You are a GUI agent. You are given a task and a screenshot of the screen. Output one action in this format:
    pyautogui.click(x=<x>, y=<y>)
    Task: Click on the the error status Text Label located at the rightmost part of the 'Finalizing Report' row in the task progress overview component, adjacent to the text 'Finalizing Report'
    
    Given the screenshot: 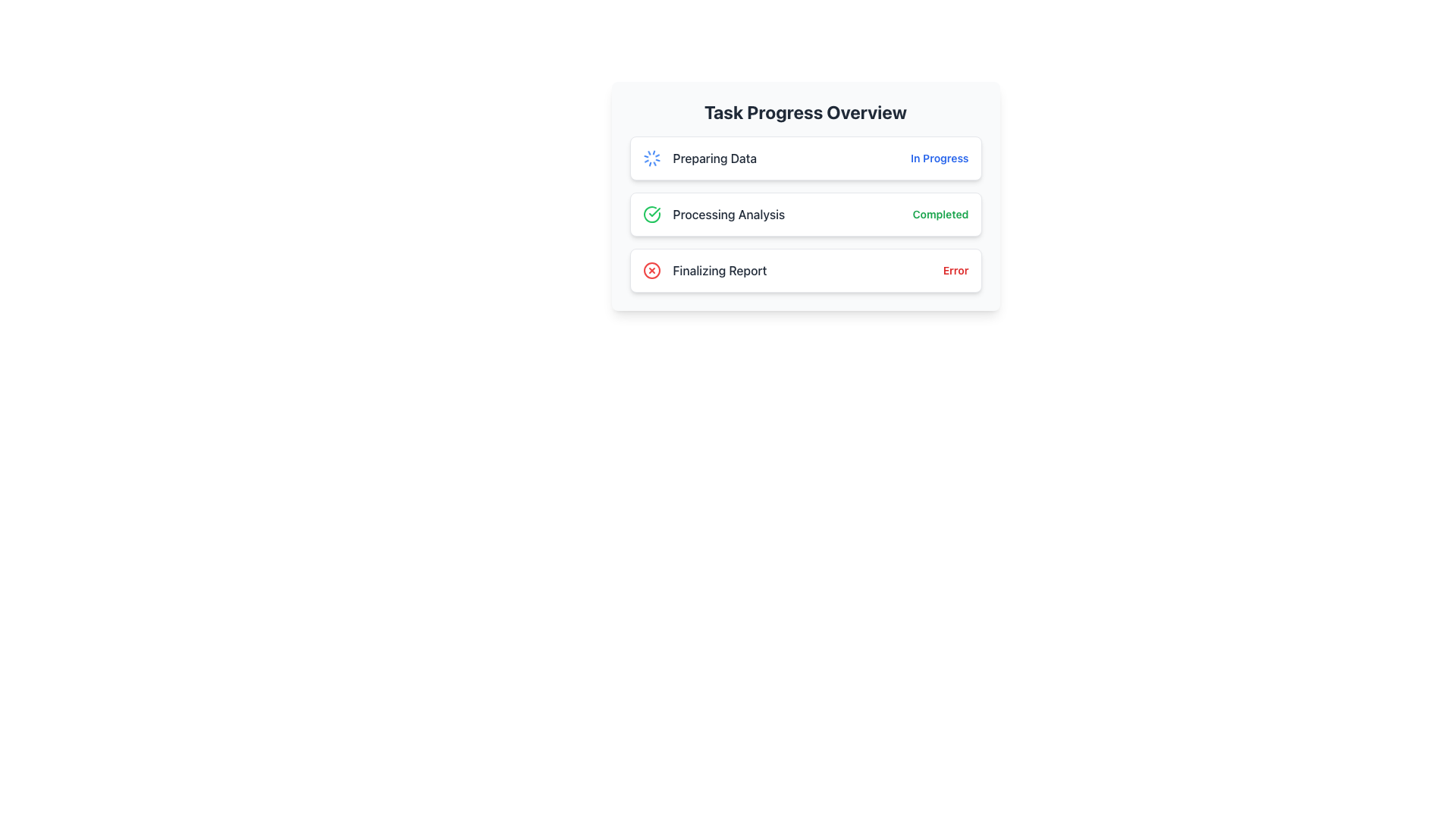 What is the action you would take?
    pyautogui.click(x=955, y=270)
    